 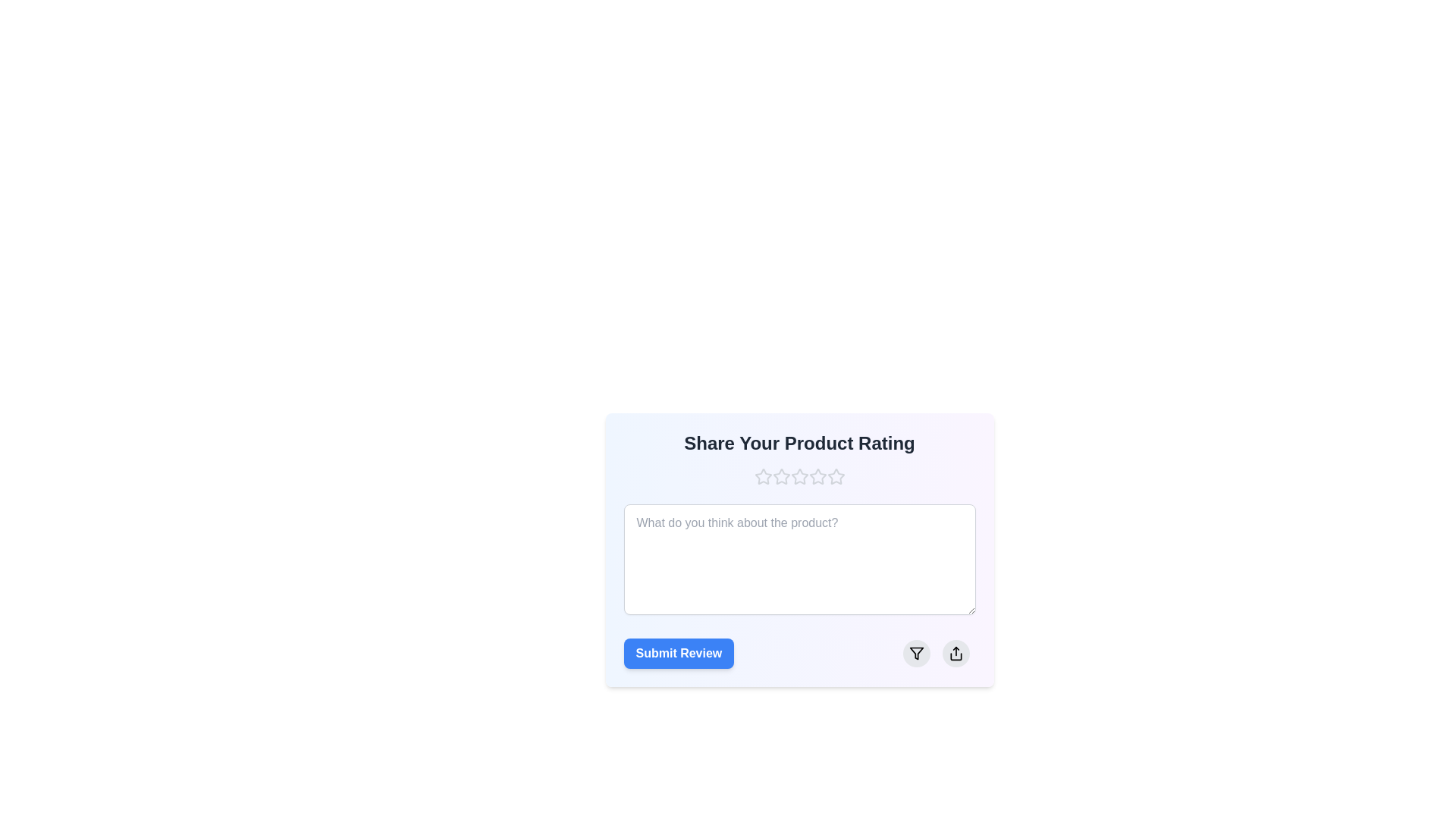 I want to click on the third star icon in the rating system, so click(x=835, y=475).